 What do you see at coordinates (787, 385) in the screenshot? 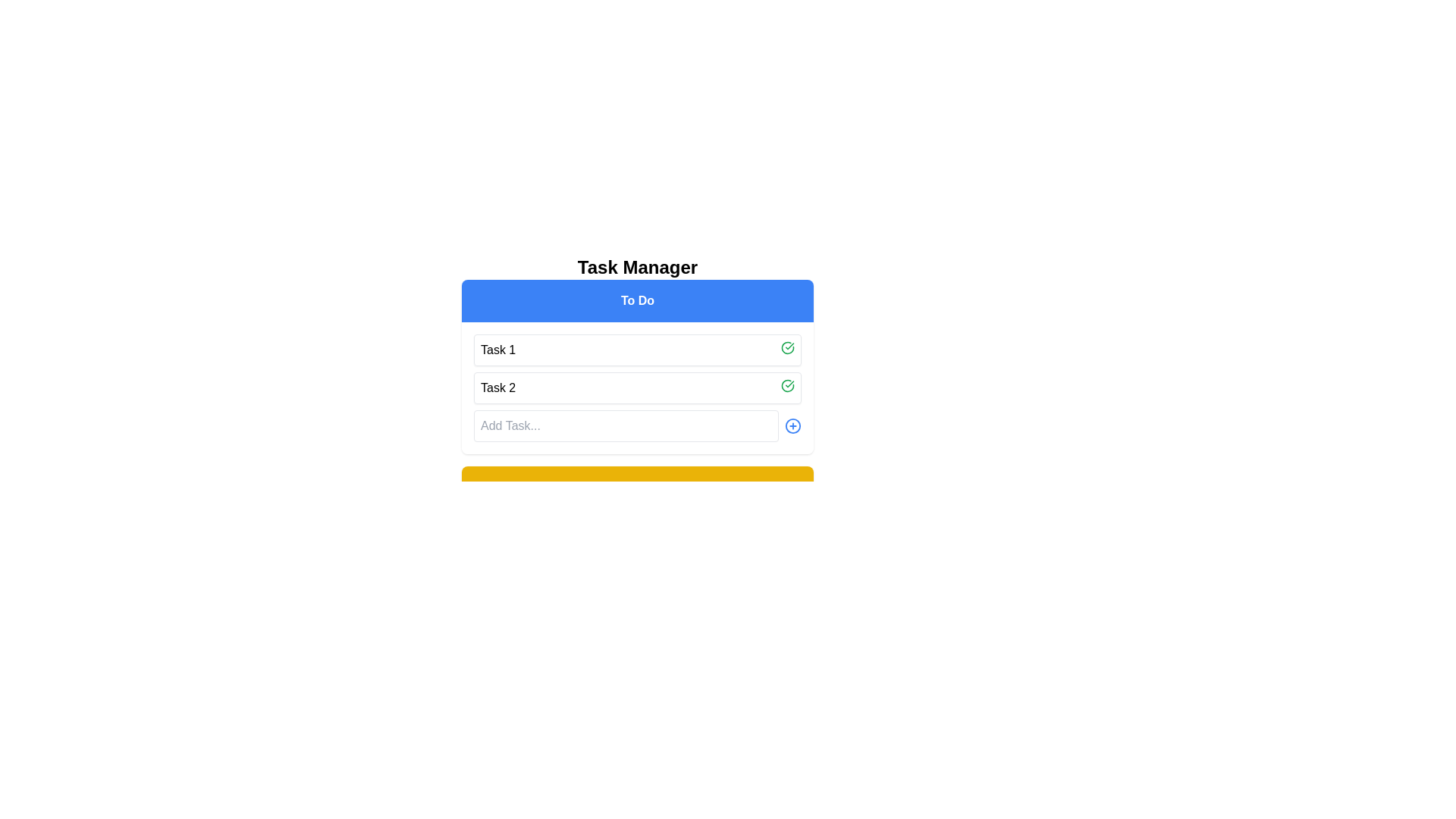
I see `the circular green checkmark icon indicating completion for 'Task 2', positioned at the end of the task row` at bounding box center [787, 385].